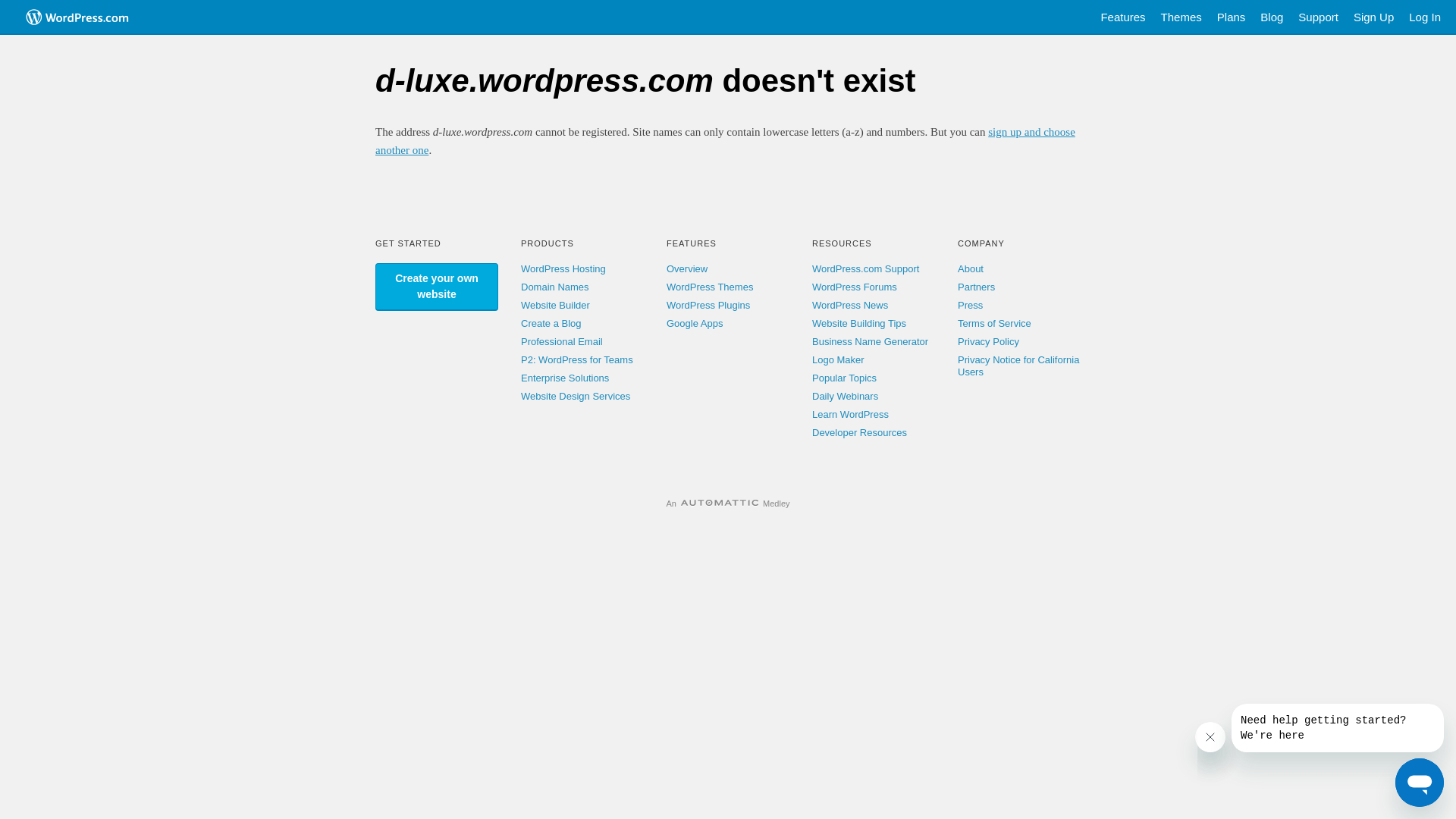 This screenshot has width=1456, height=819. Describe the element at coordinates (686, 268) in the screenshot. I see `'Overview'` at that location.